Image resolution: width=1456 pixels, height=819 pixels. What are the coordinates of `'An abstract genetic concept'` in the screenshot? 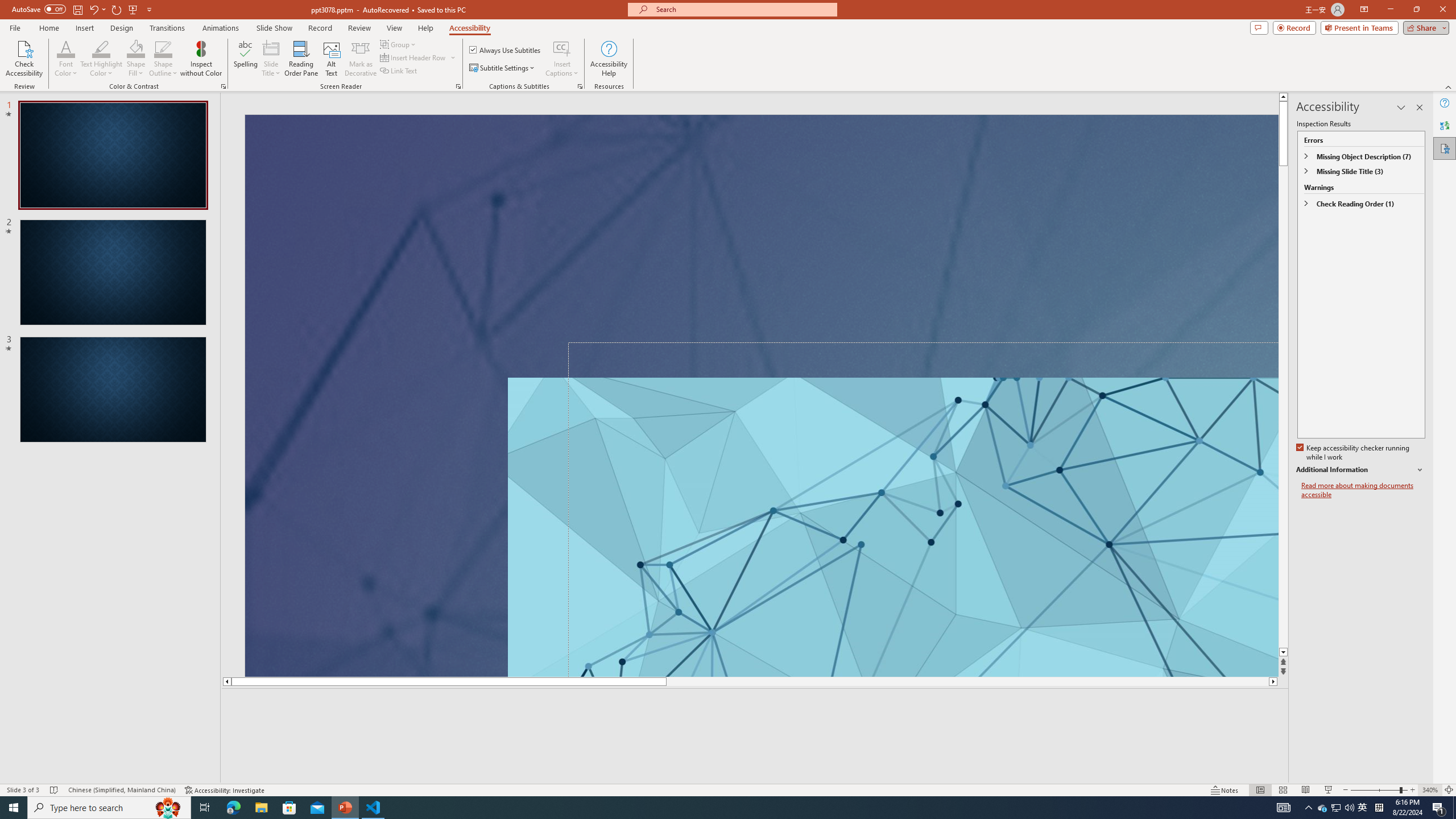 It's located at (760, 395).